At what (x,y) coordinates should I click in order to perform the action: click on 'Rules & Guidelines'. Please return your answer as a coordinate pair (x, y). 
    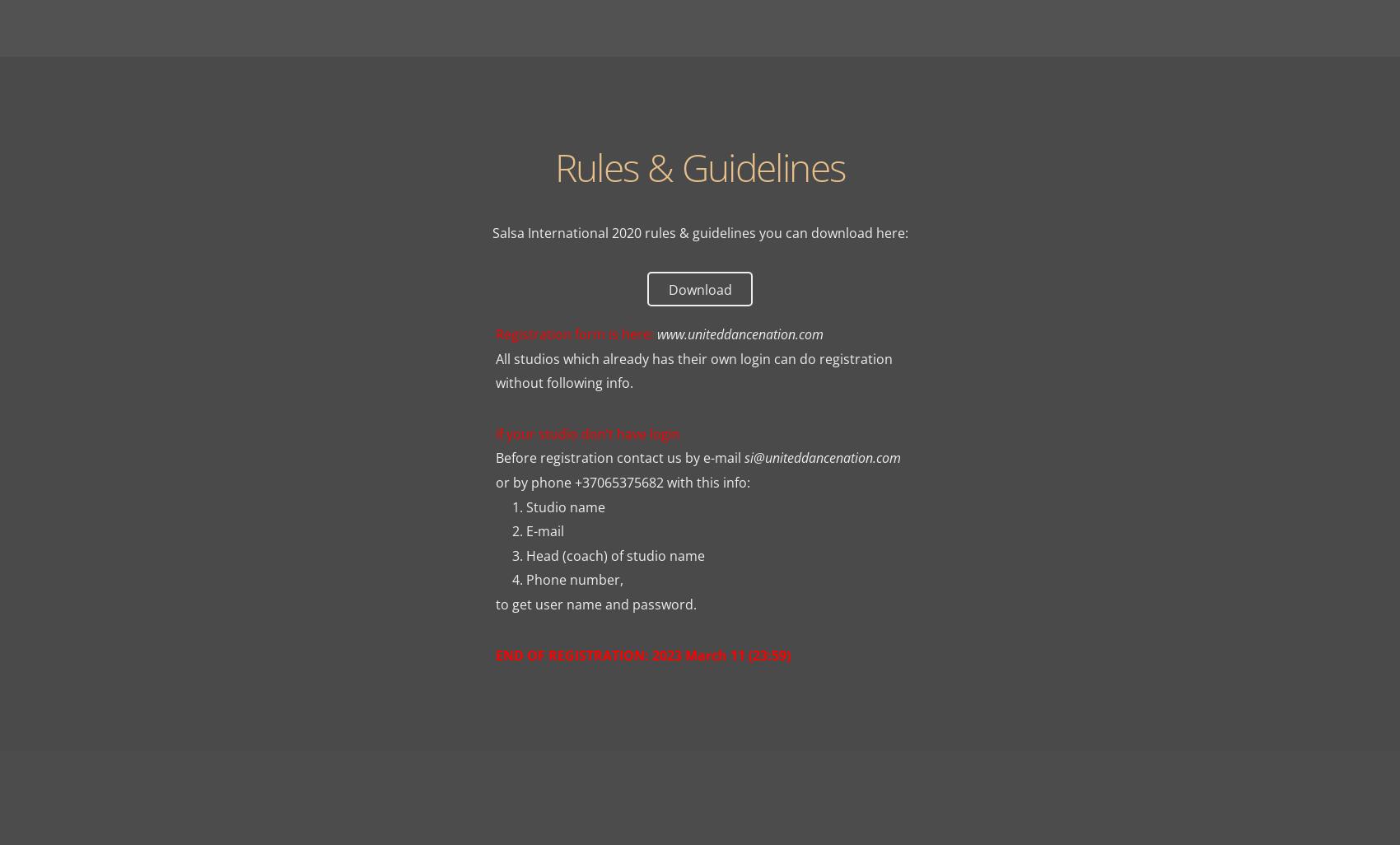
    Looking at the image, I should click on (698, 166).